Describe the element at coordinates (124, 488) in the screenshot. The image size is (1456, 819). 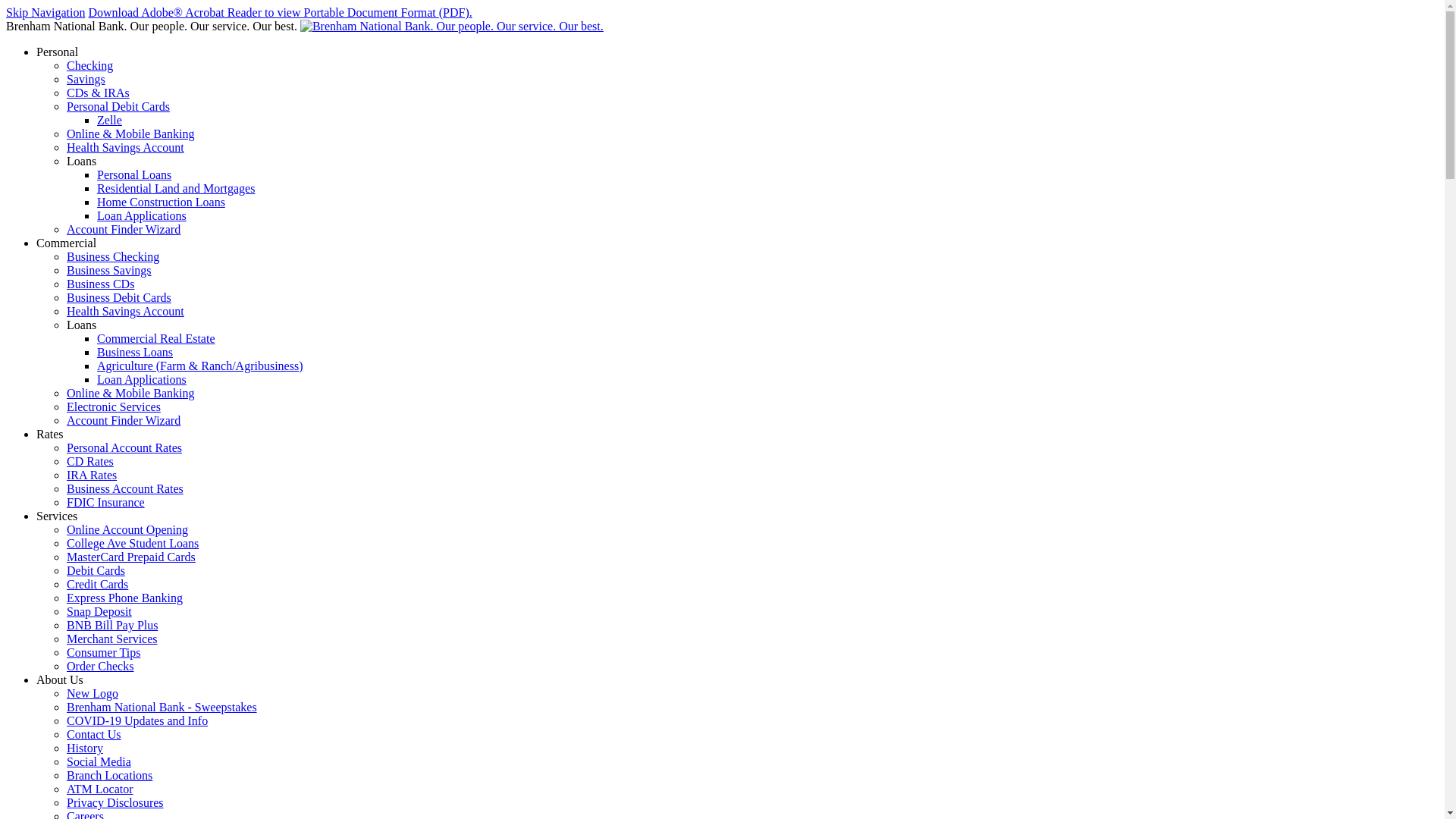
I see `'Business Account Rates'` at that location.